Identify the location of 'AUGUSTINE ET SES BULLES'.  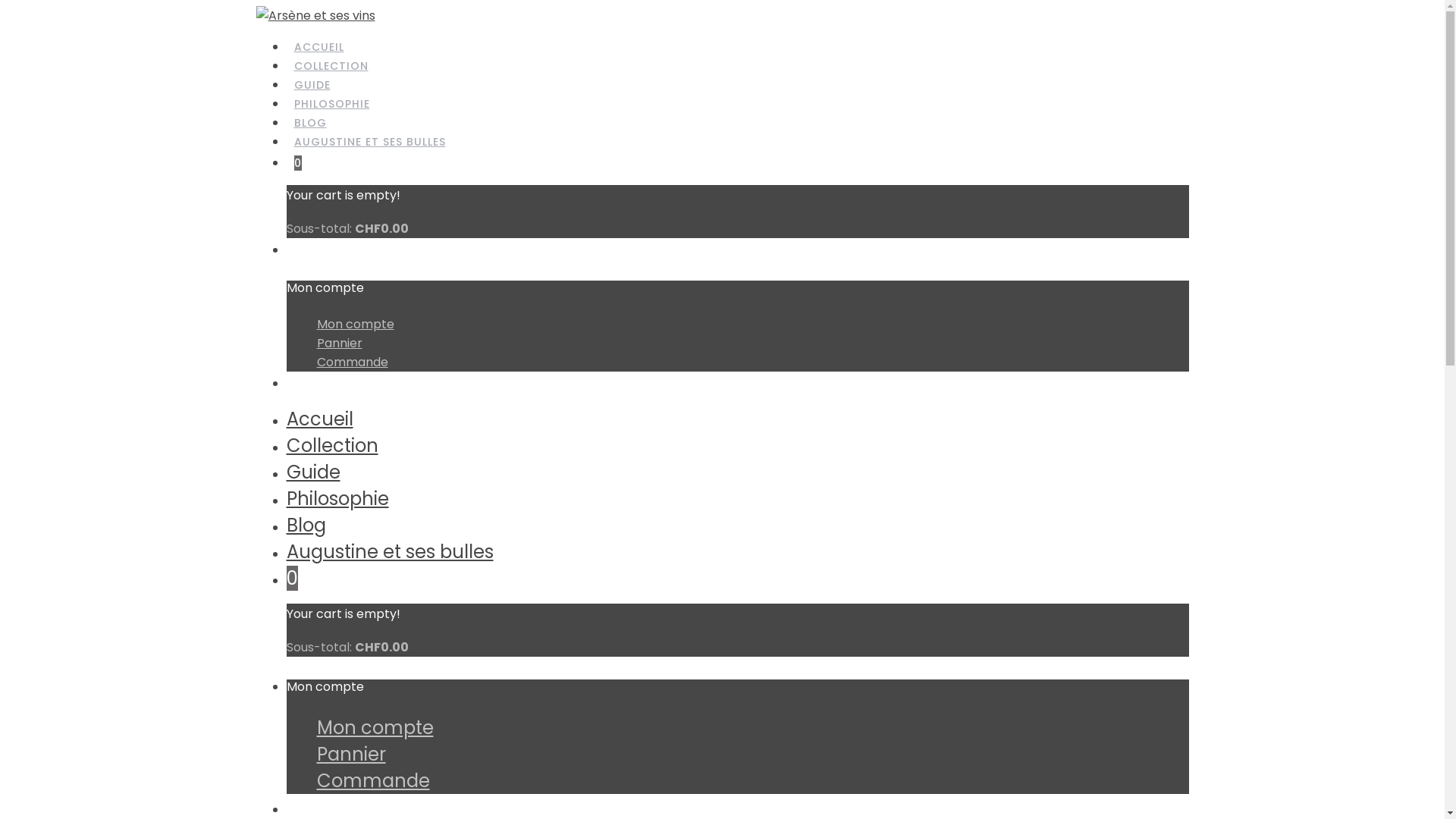
(370, 143).